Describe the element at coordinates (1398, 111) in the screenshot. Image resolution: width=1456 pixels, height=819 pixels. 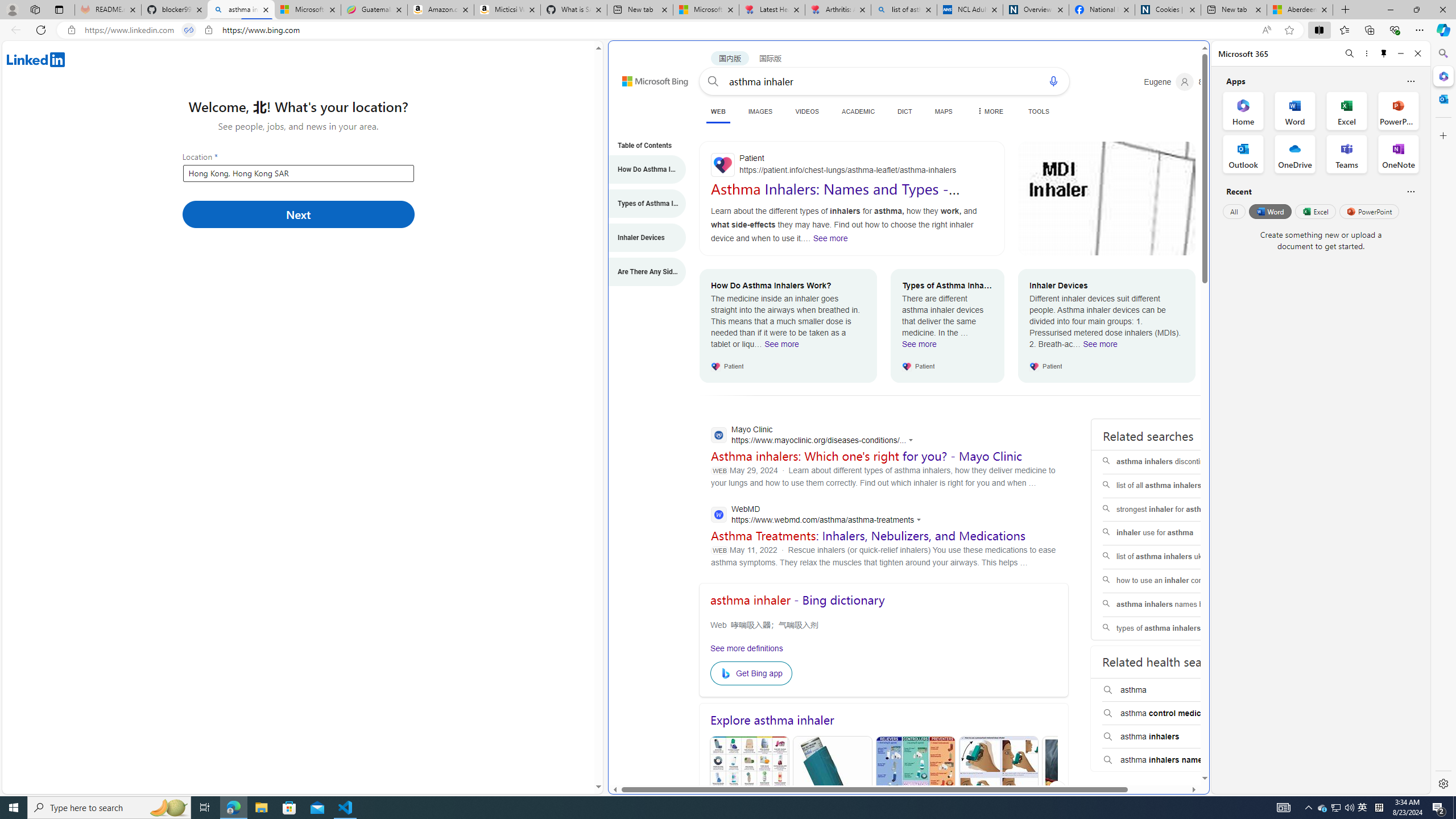
I see `'PowerPoint Office App'` at that location.